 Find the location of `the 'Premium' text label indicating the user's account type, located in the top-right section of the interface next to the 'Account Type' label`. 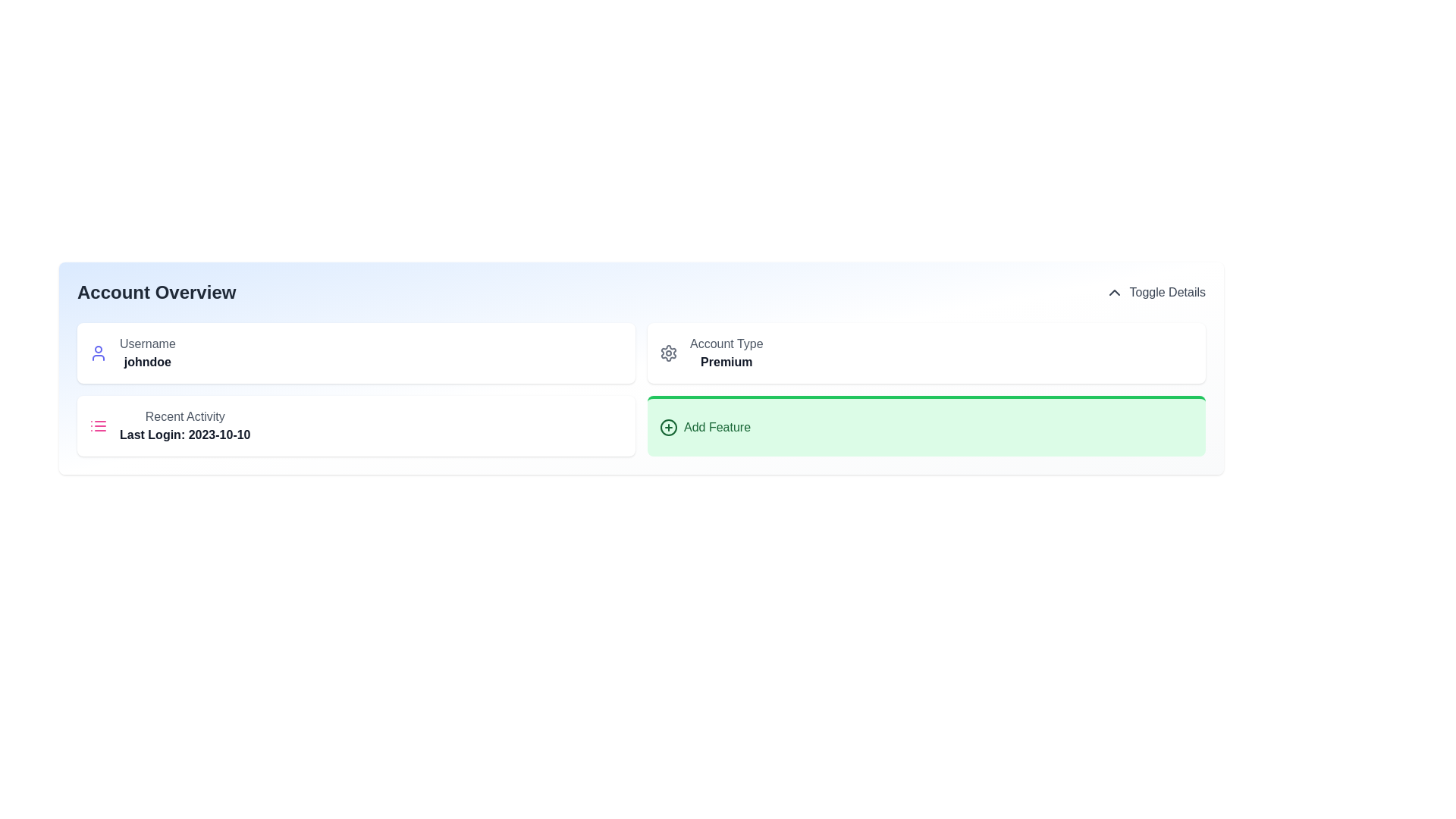

the 'Premium' text label indicating the user's account type, located in the top-right section of the interface next to the 'Account Type' label is located at coordinates (726, 362).